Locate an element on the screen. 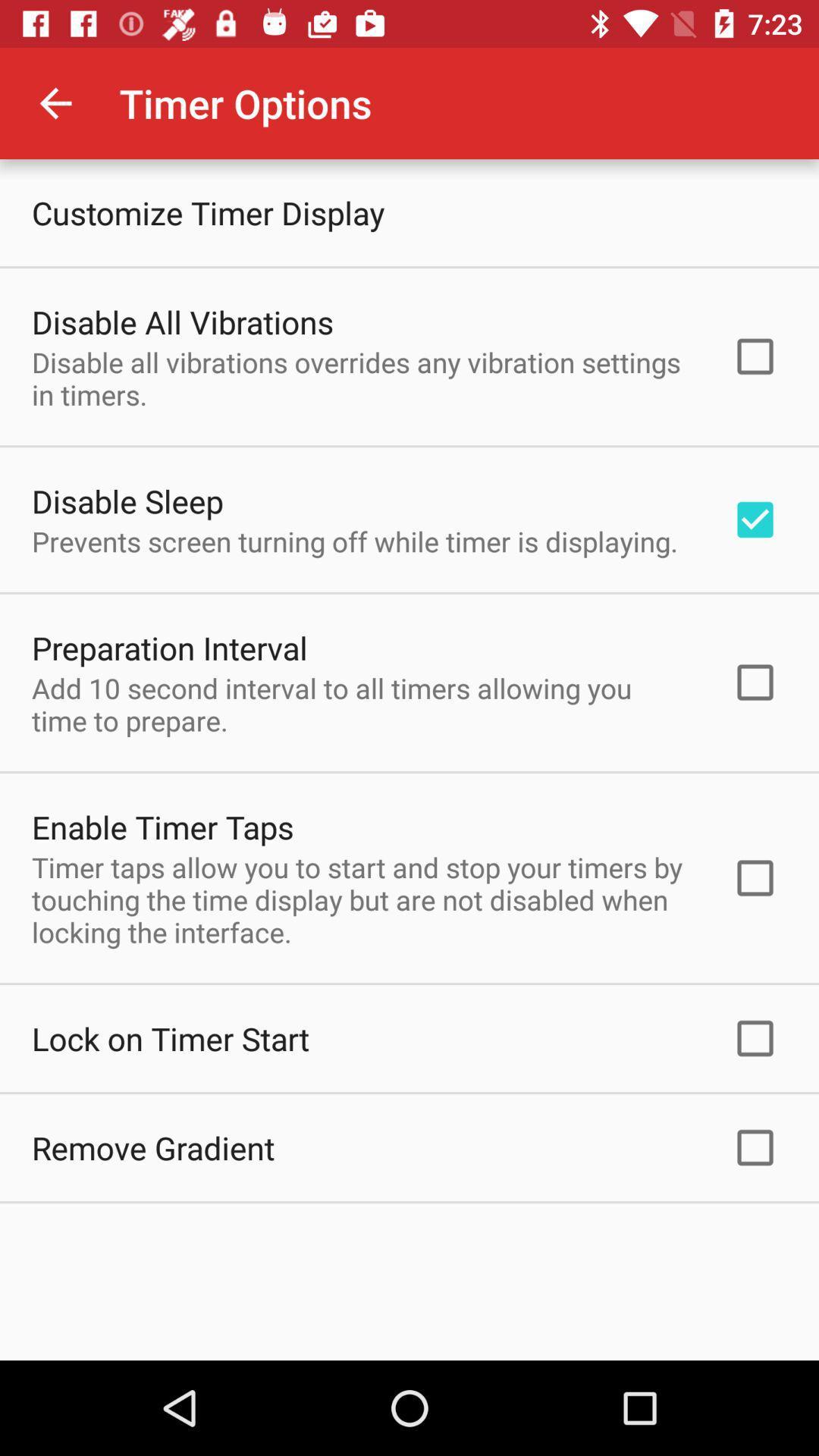  icon below timer taps allow item is located at coordinates (170, 1037).